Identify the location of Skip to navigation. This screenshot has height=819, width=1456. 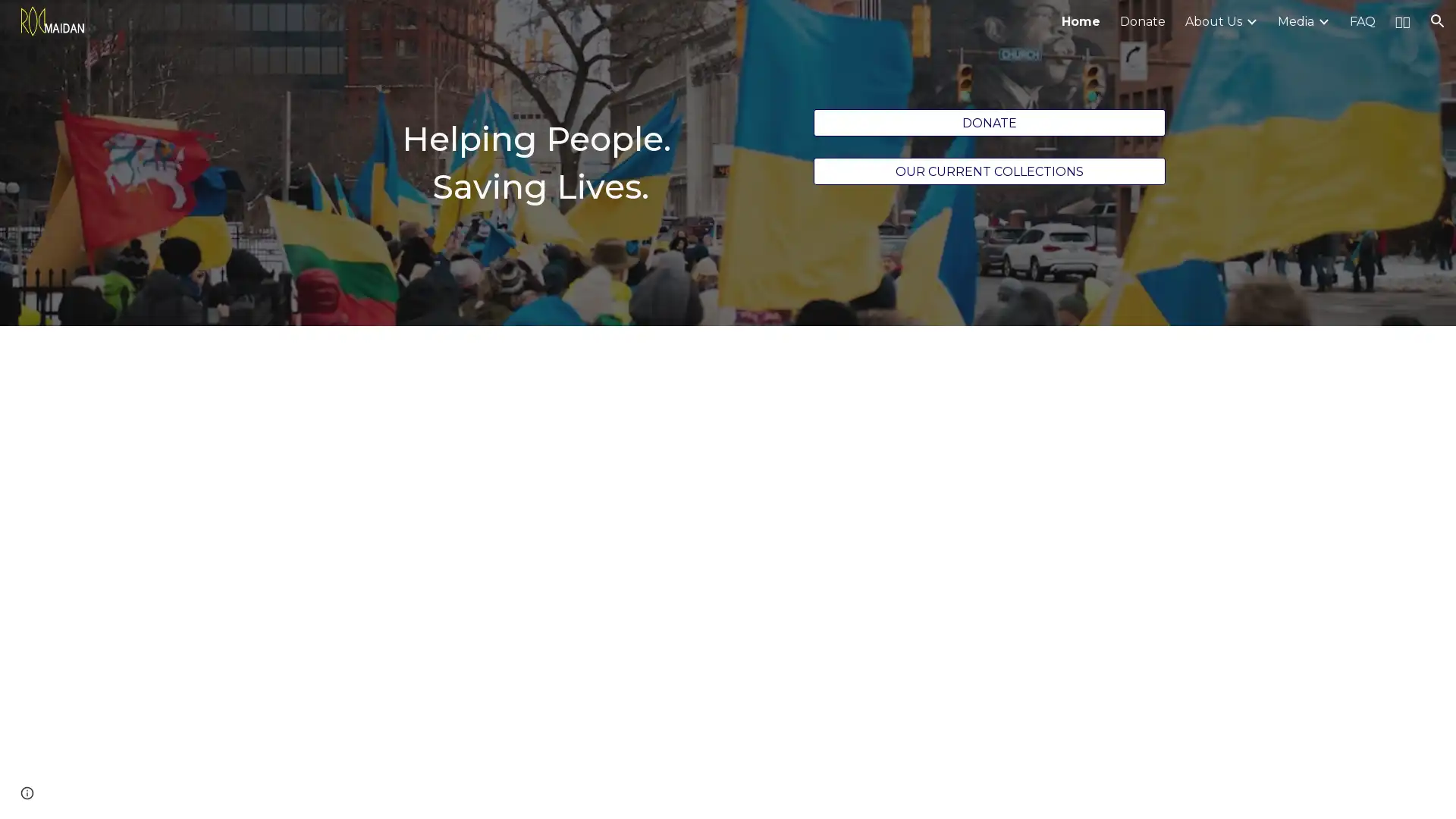
(864, 28).